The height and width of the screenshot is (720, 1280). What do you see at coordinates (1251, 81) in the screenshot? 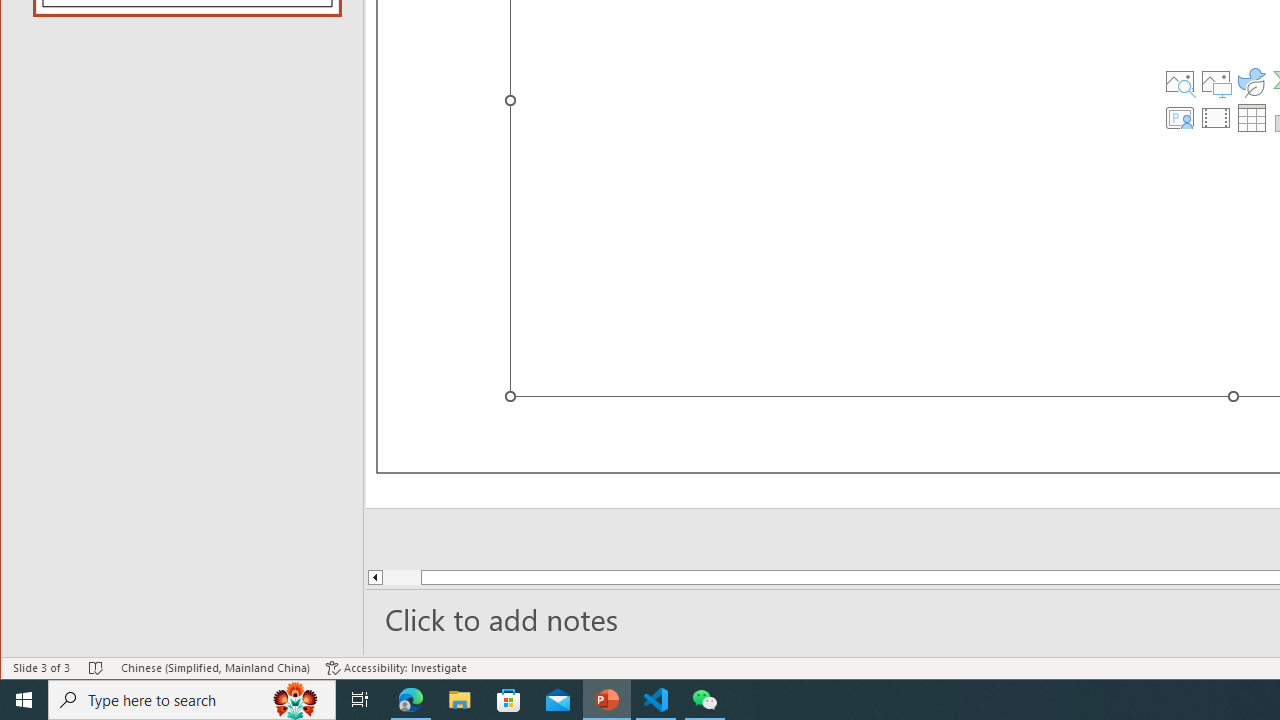
I see `'Insert an Icon'` at bounding box center [1251, 81].